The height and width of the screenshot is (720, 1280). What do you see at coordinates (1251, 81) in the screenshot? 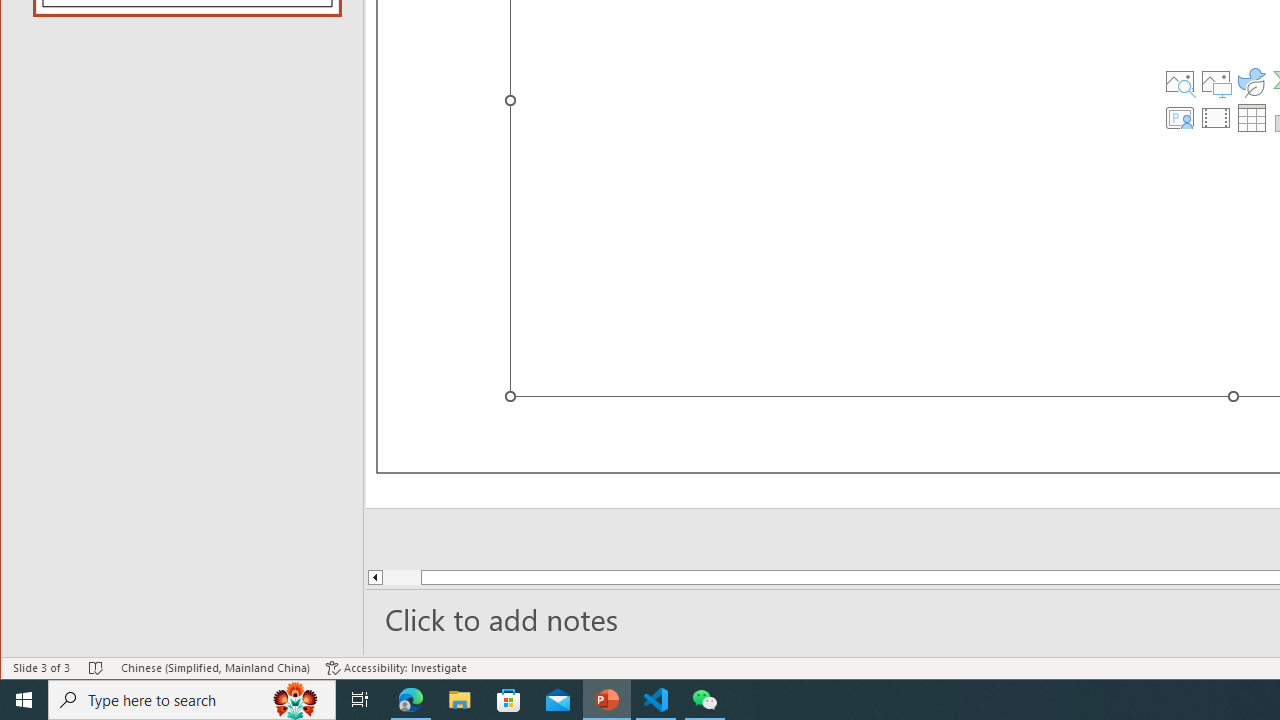
I see `'Insert an Icon'` at bounding box center [1251, 81].